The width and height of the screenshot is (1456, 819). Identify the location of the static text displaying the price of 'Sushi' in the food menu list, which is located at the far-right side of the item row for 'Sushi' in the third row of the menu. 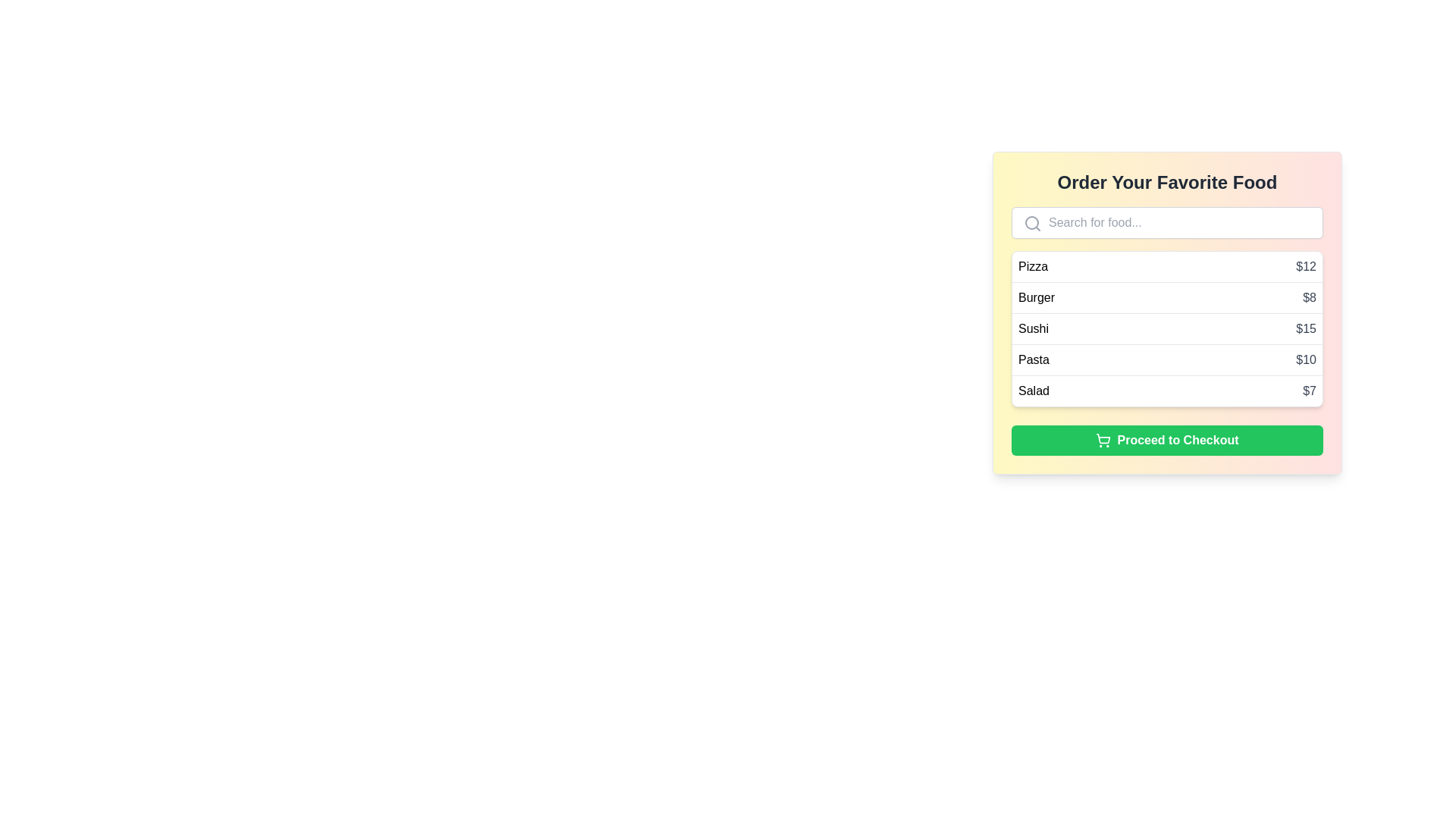
(1305, 328).